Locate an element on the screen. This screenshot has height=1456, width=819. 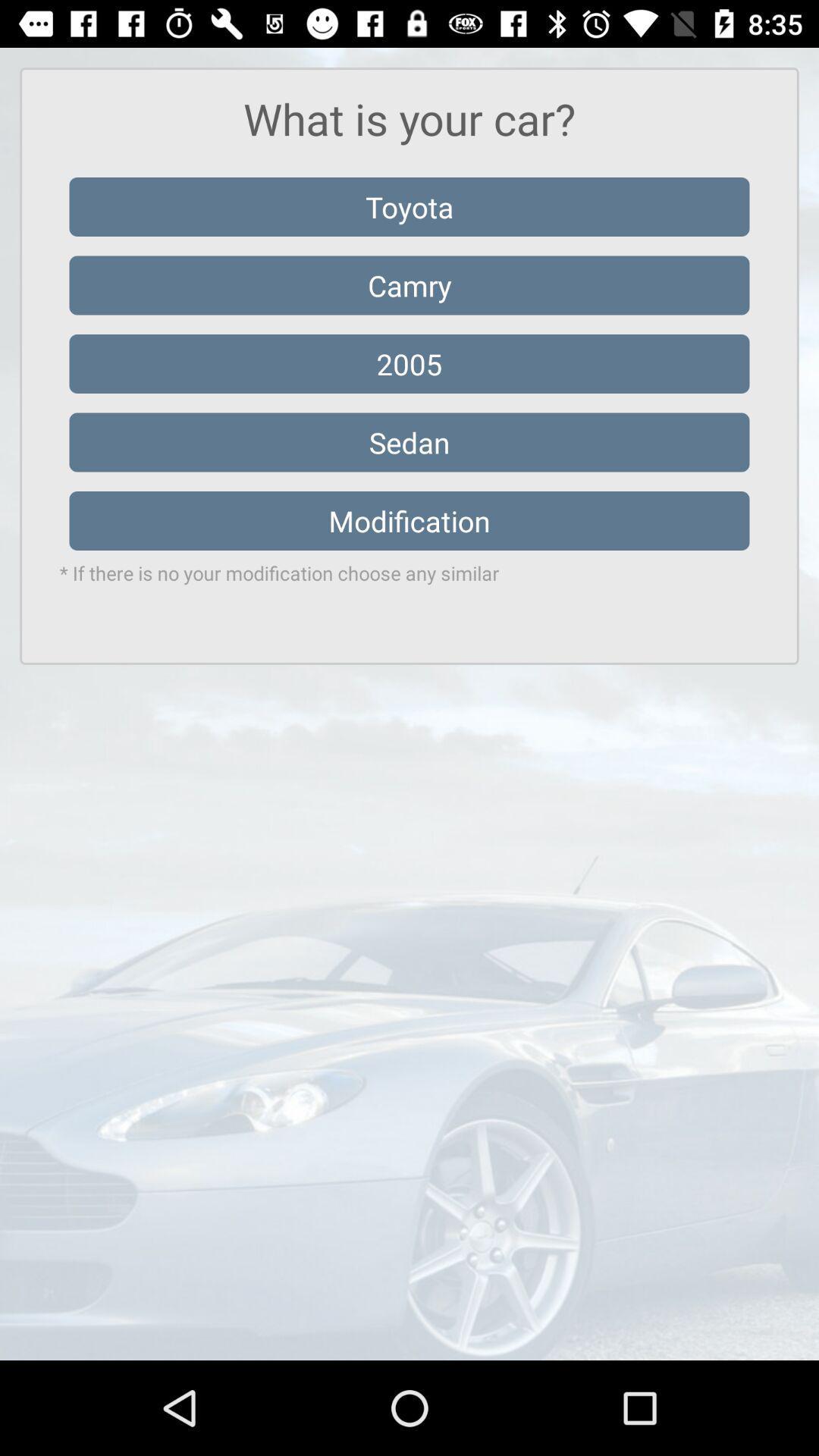
2005 is located at coordinates (409, 364).